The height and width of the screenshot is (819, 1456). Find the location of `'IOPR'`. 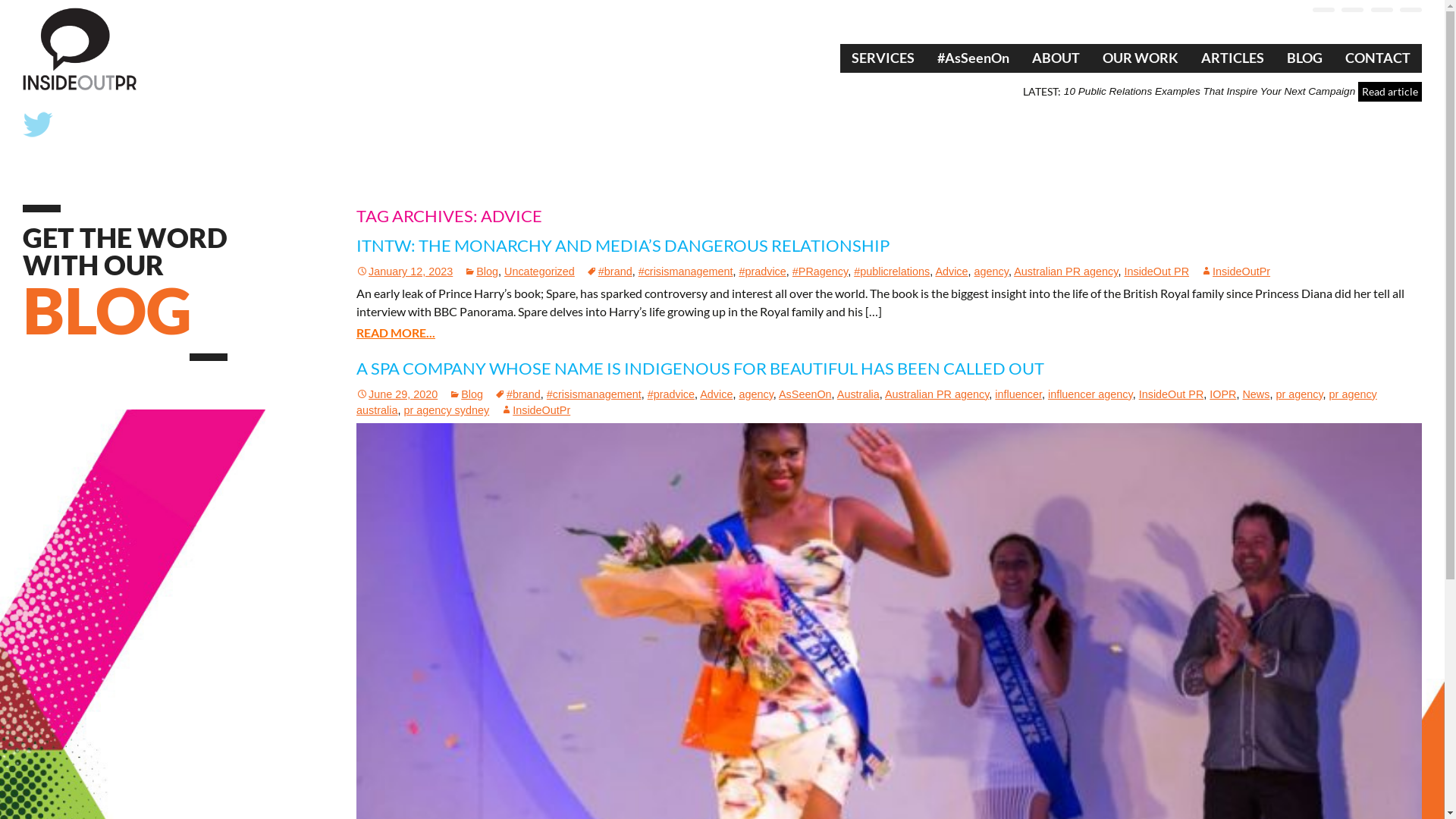

'IOPR' is located at coordinates (1222, 394).